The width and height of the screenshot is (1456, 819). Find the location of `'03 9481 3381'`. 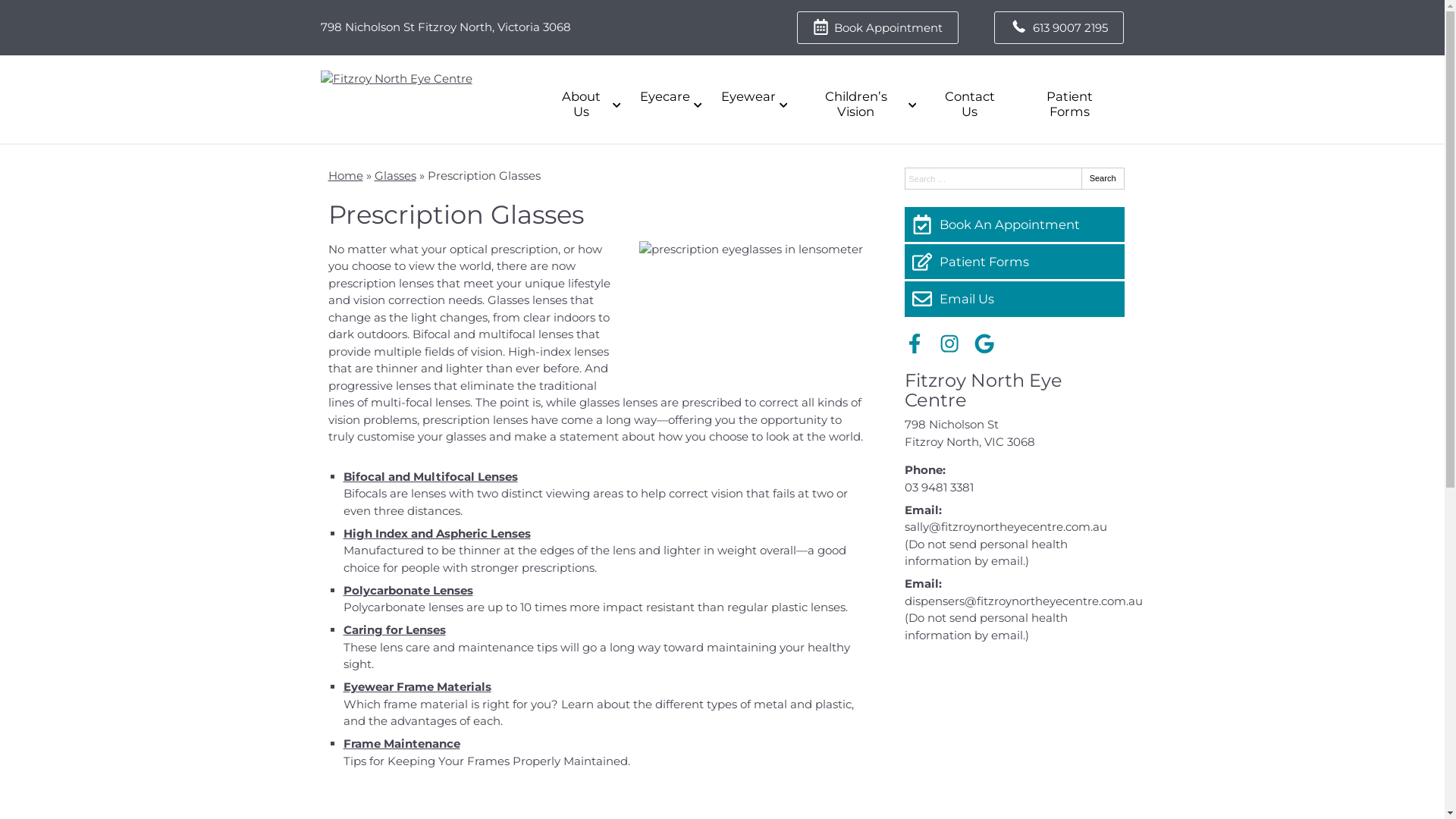

'03 9481 3381' is located at coordinates (937, 487).